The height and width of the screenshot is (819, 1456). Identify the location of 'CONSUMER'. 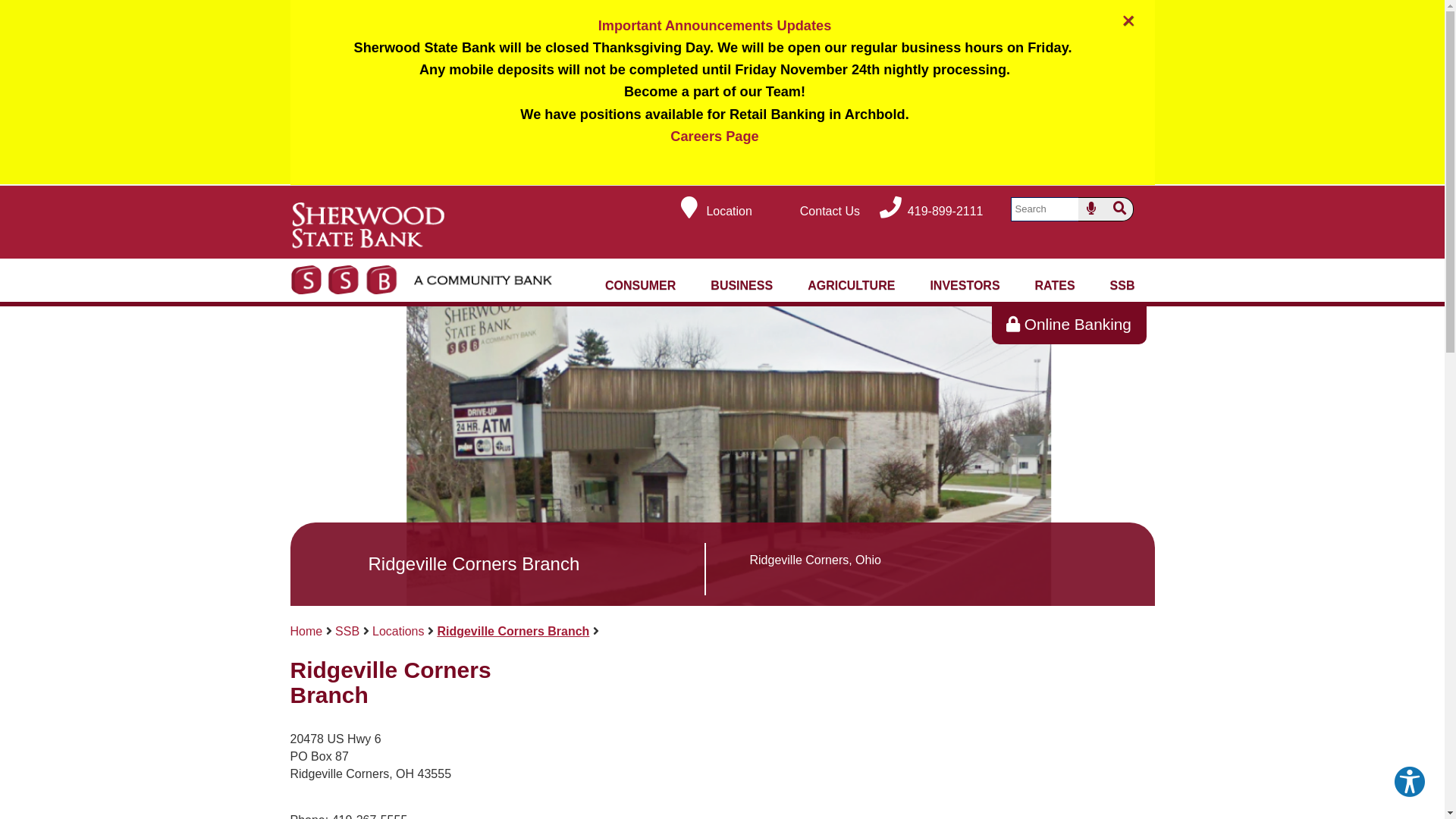
(640, 286).